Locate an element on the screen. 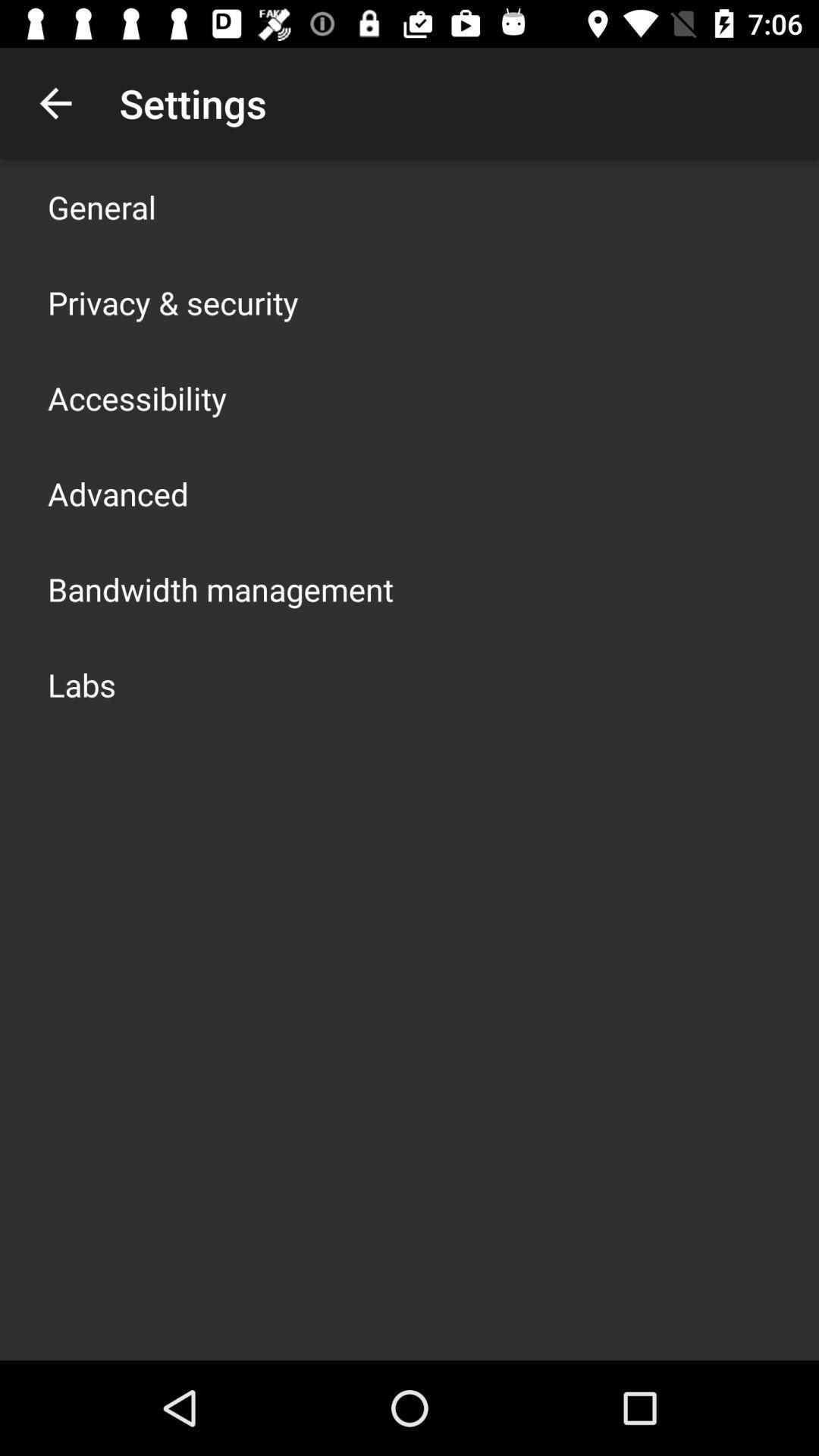 This screenshot has height=1456, width=819. the privacy & security item is located at coordinates (172, 302).